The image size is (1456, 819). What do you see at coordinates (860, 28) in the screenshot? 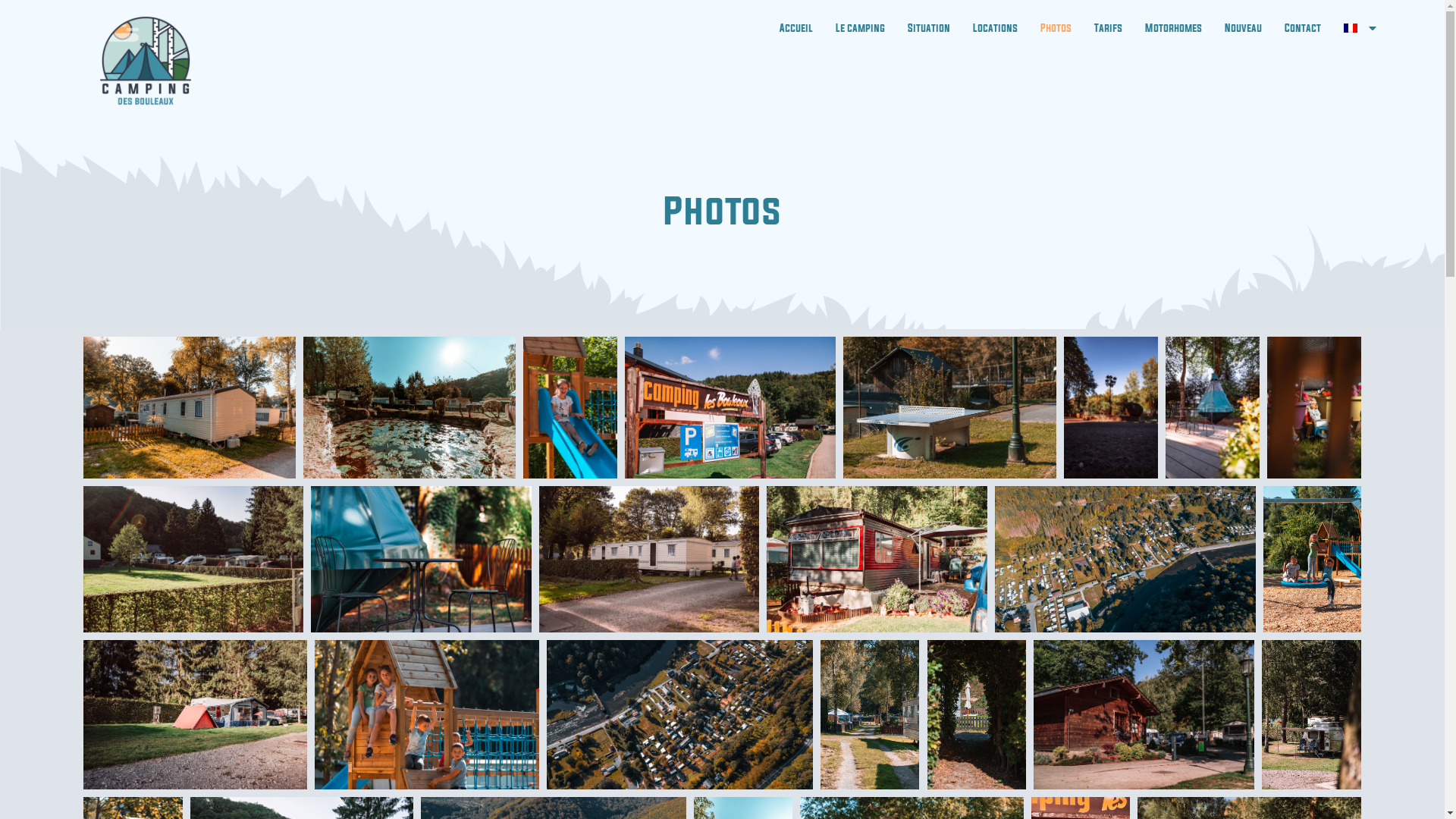
I see `'Le camping'` at bounding box center [860, 28].